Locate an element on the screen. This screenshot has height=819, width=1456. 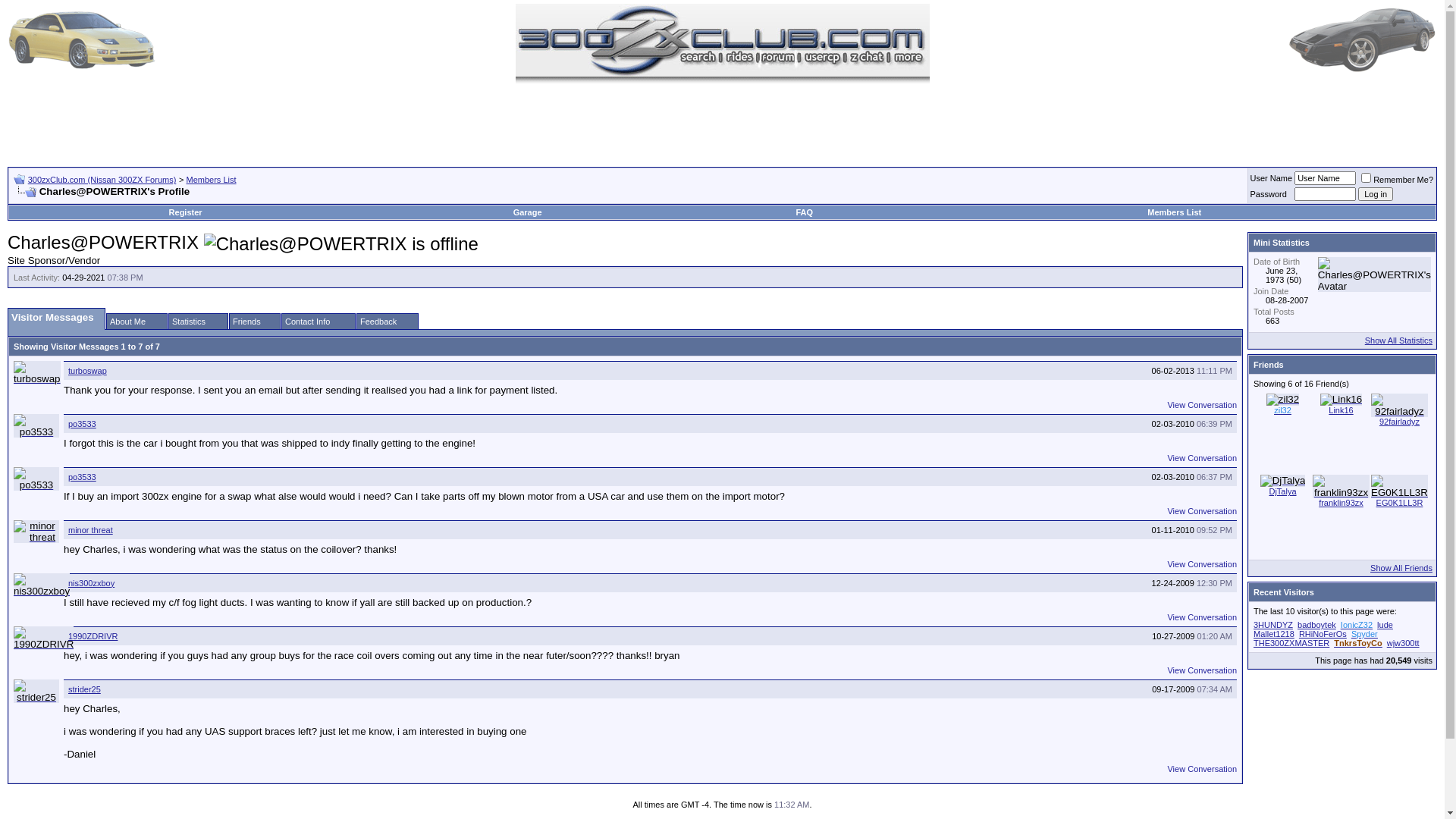
'FAQ' is located at coordinates (803, 212).